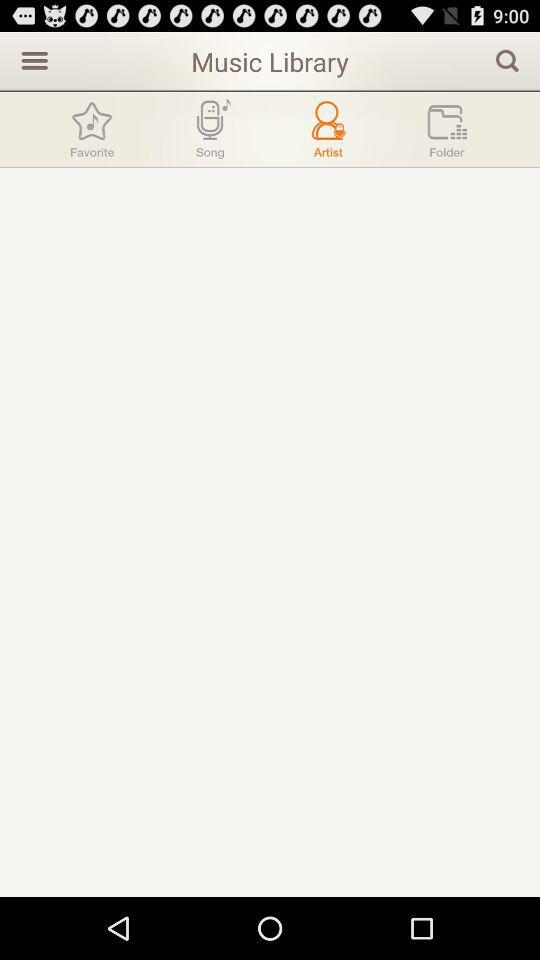  Describe the element at coordinates (328, 128) in the screenshot. I see `item below the music library item` at that location.